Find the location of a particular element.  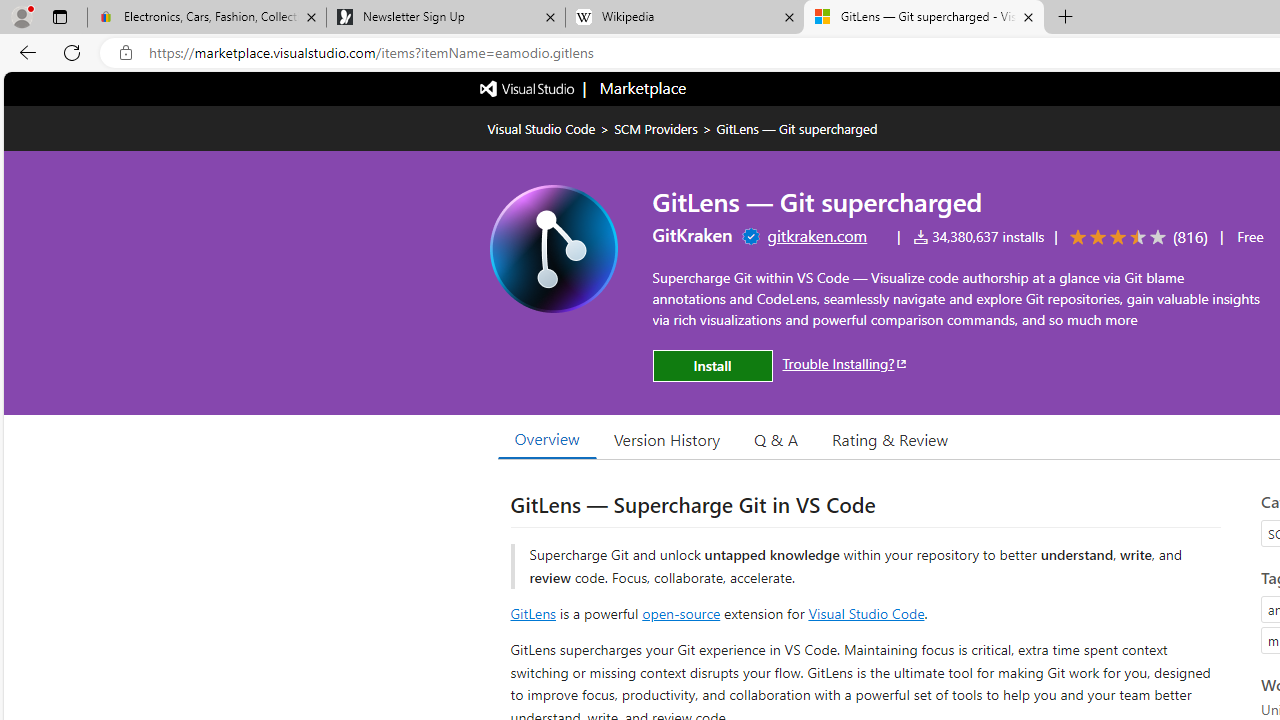

'GitLens' is located at coordinates (533, 612).